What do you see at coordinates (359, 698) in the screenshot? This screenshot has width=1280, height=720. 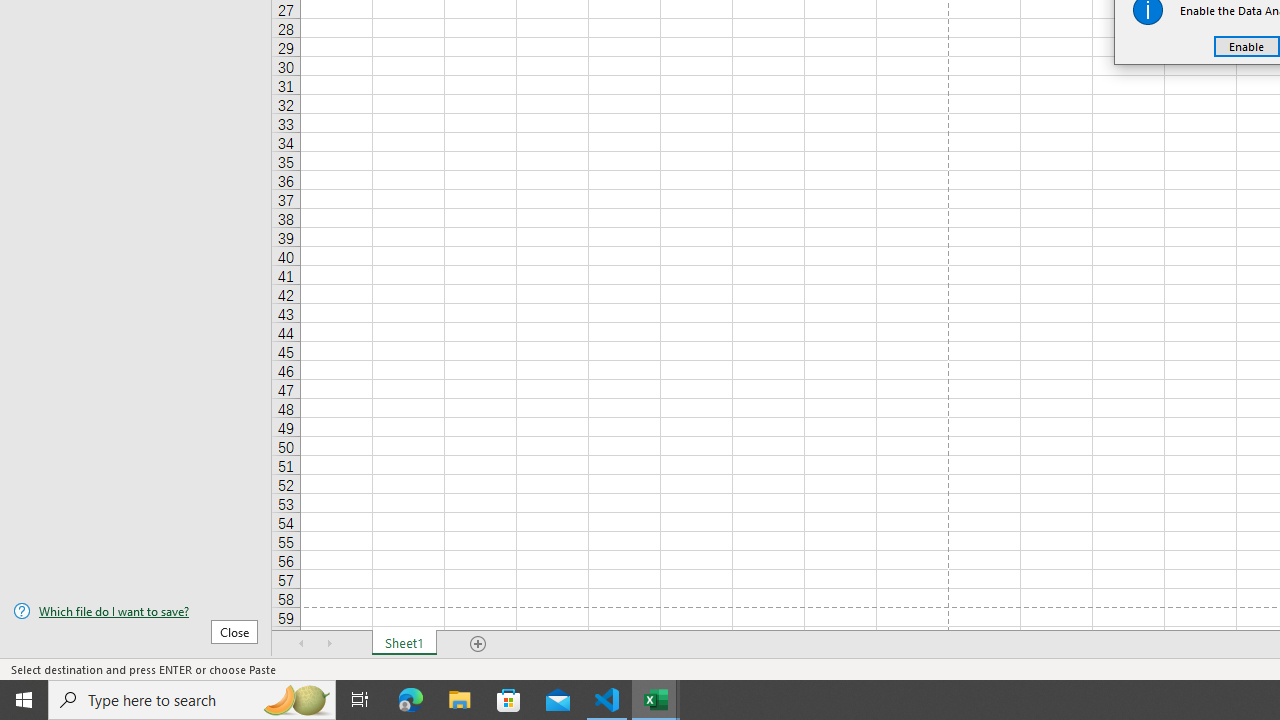 I see `'Task View'` at bounding box center [359, 698].